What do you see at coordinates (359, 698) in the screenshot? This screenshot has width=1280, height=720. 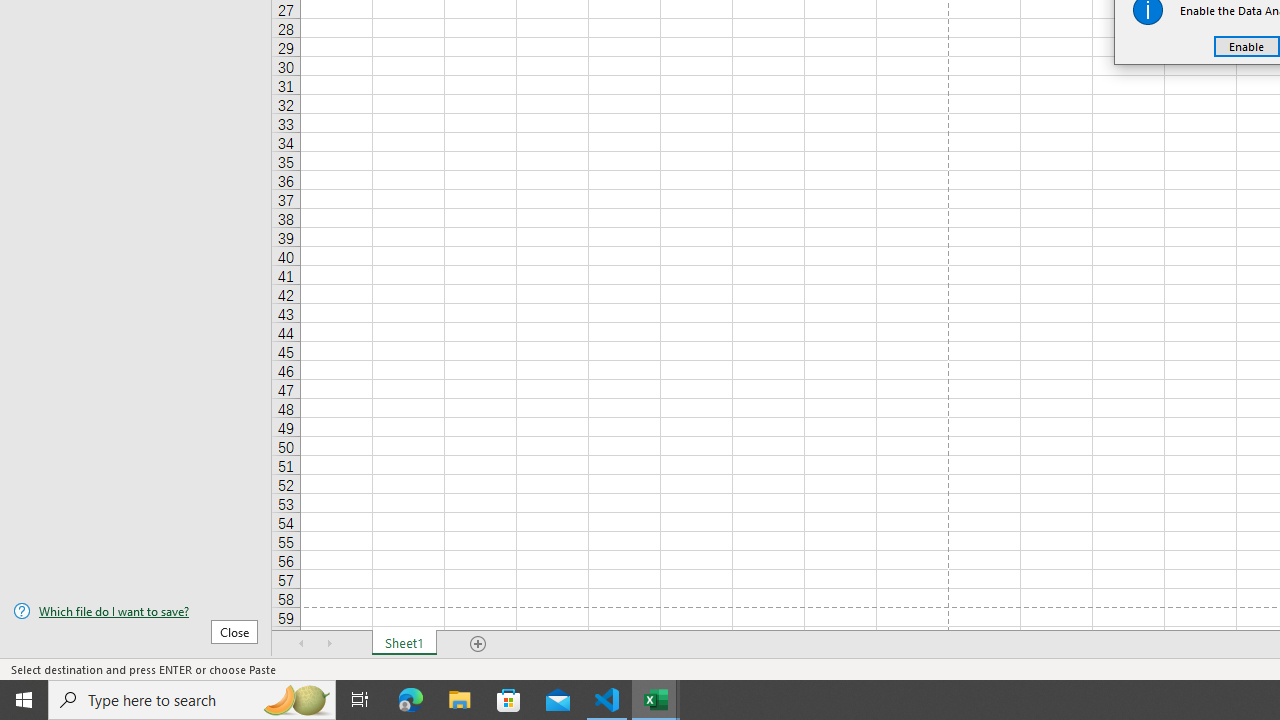 I see `'Task View'` at bounding box center [359, 698].